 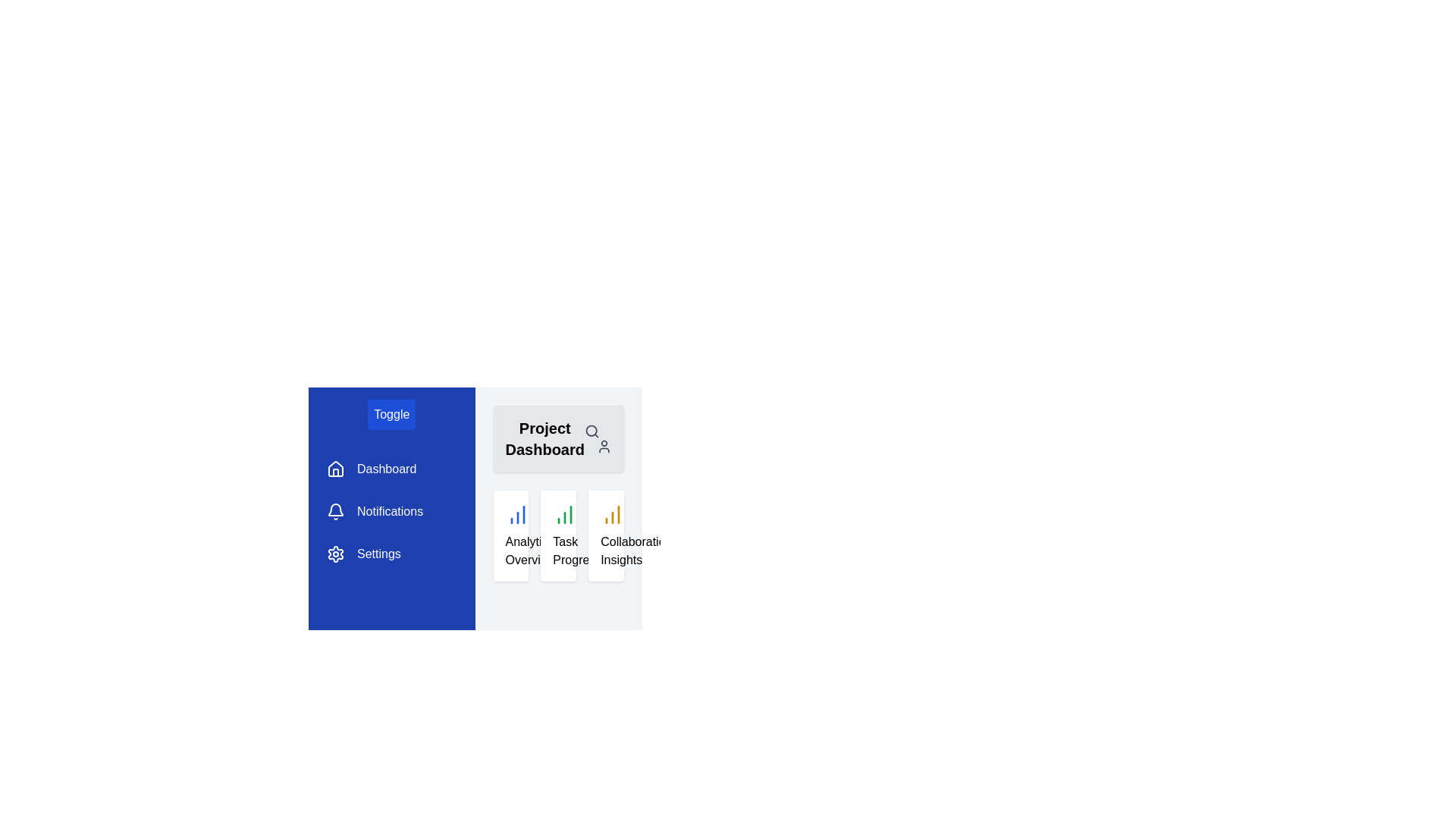 What do you see at coordinates (334, 468) in the screenshot?
I see `the house icon located in the left navigation menu, which is the first icon preceding the 'Dashboard' text` at bounding box center [334, 468].